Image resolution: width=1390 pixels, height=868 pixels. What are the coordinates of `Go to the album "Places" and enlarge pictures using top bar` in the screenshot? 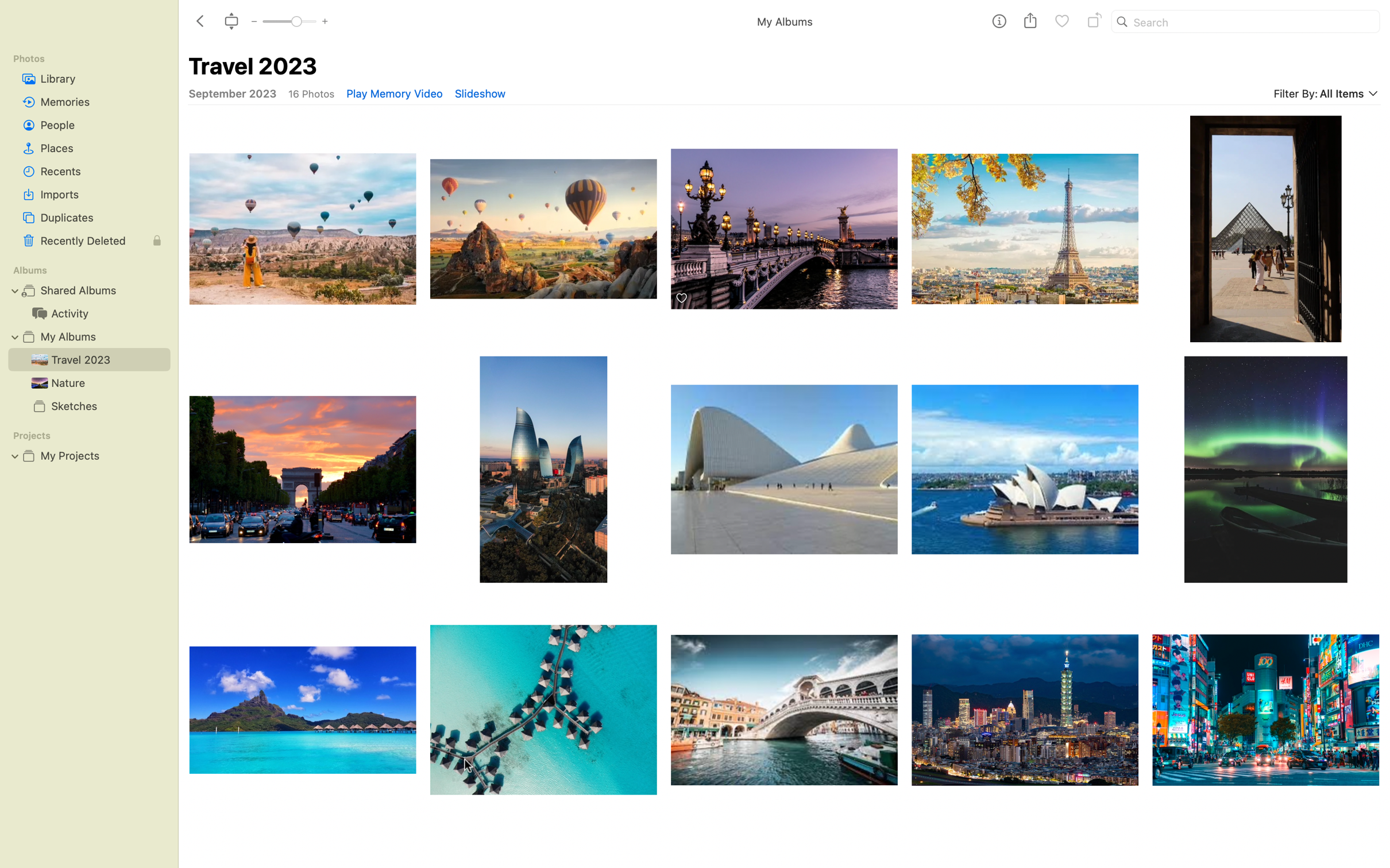 It's located at (88, 148).